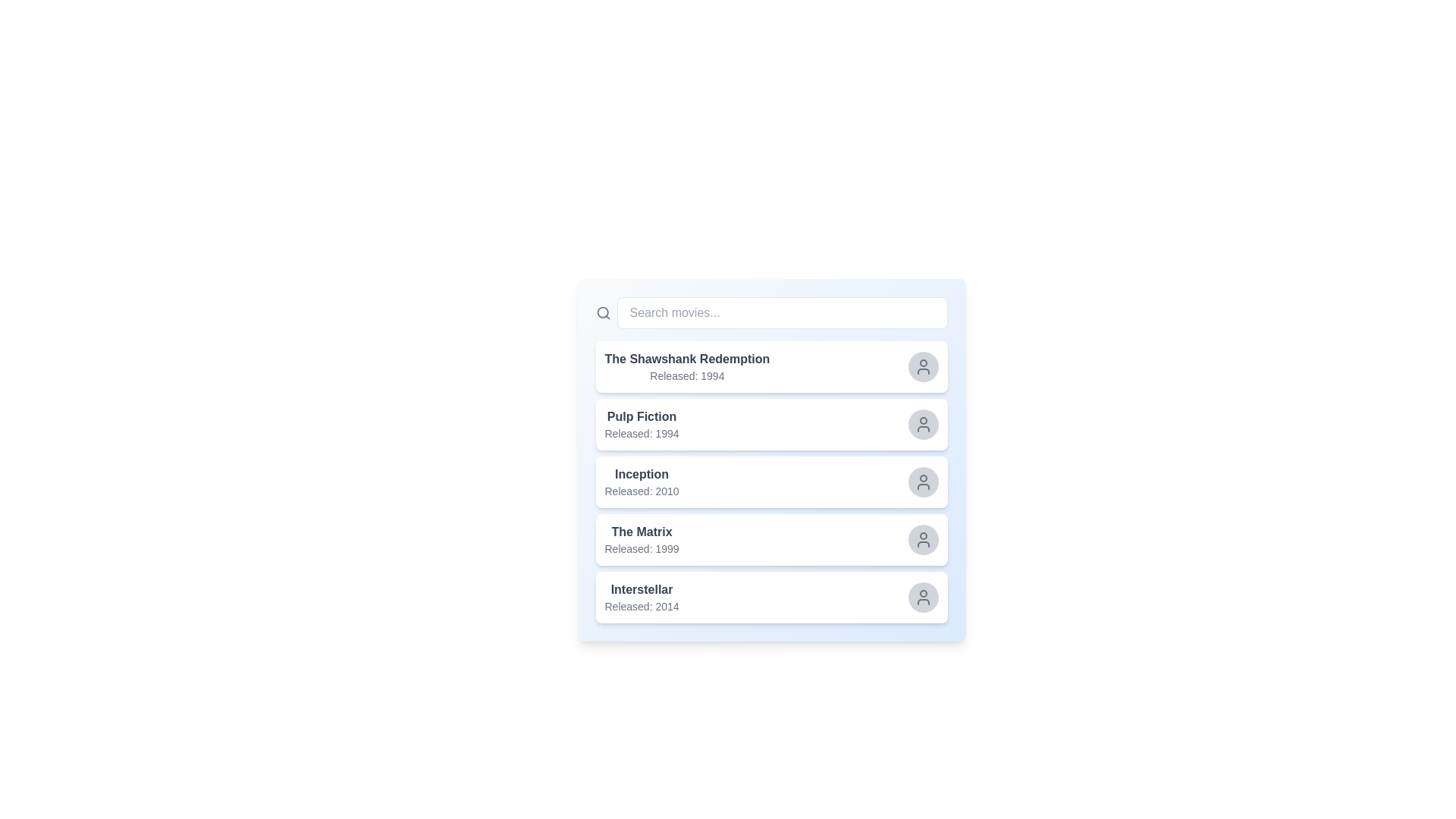  I want to click on the text element displaying 'The Matrix' in bold dark gray and 'Released: 1999' in a smaller, lighter gray font, located in the fourth card of a vertical list, so click(642, 539).